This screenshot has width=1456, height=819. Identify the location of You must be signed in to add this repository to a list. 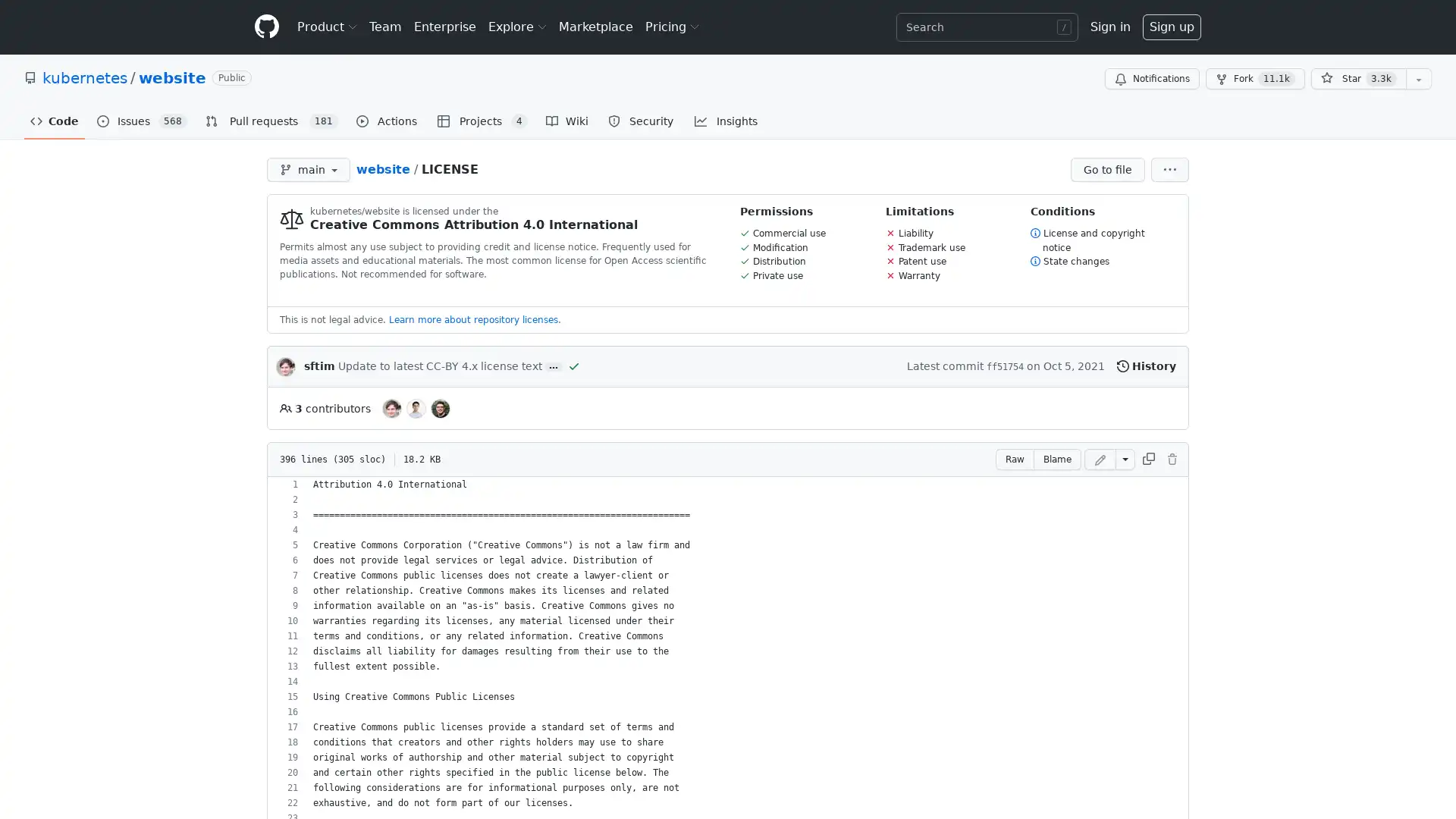
(1418, 79).